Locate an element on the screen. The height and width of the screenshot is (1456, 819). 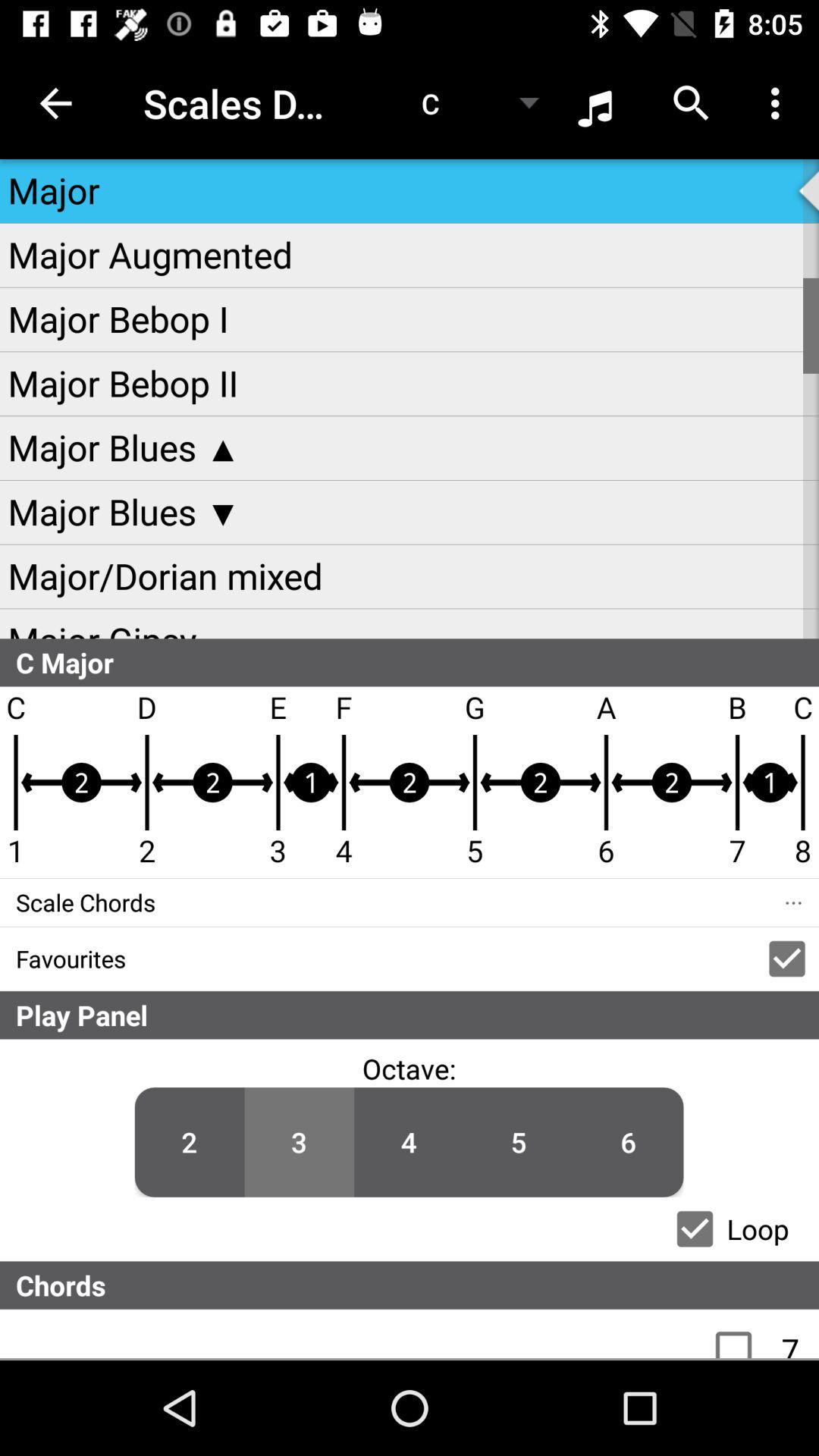
button is located at coordinates (695, 1228).